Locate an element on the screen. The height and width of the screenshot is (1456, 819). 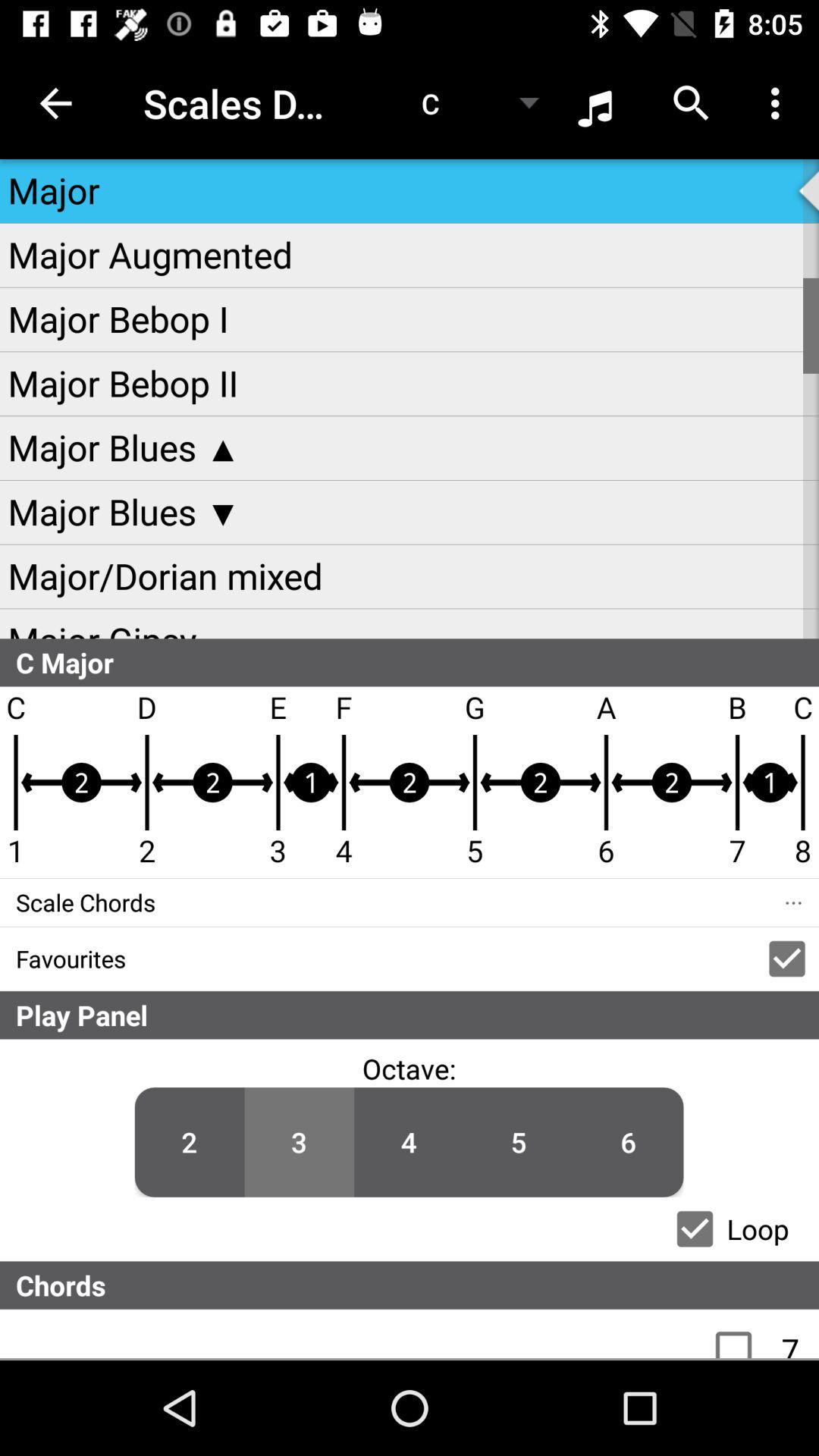
button is located at coordinates (695, 1228).